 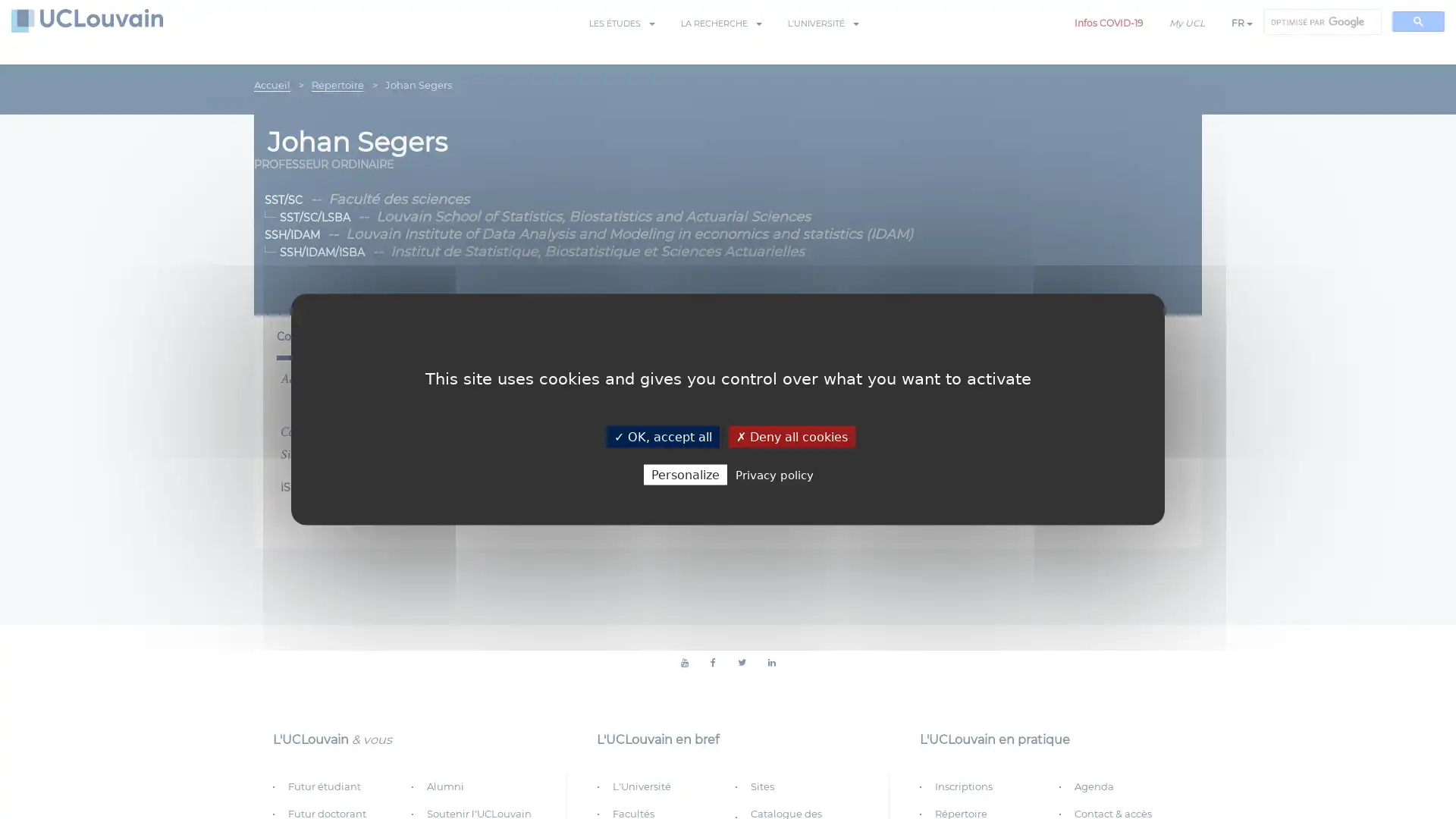 I want to click on Deny all cookies, so click(x=790, y=436).